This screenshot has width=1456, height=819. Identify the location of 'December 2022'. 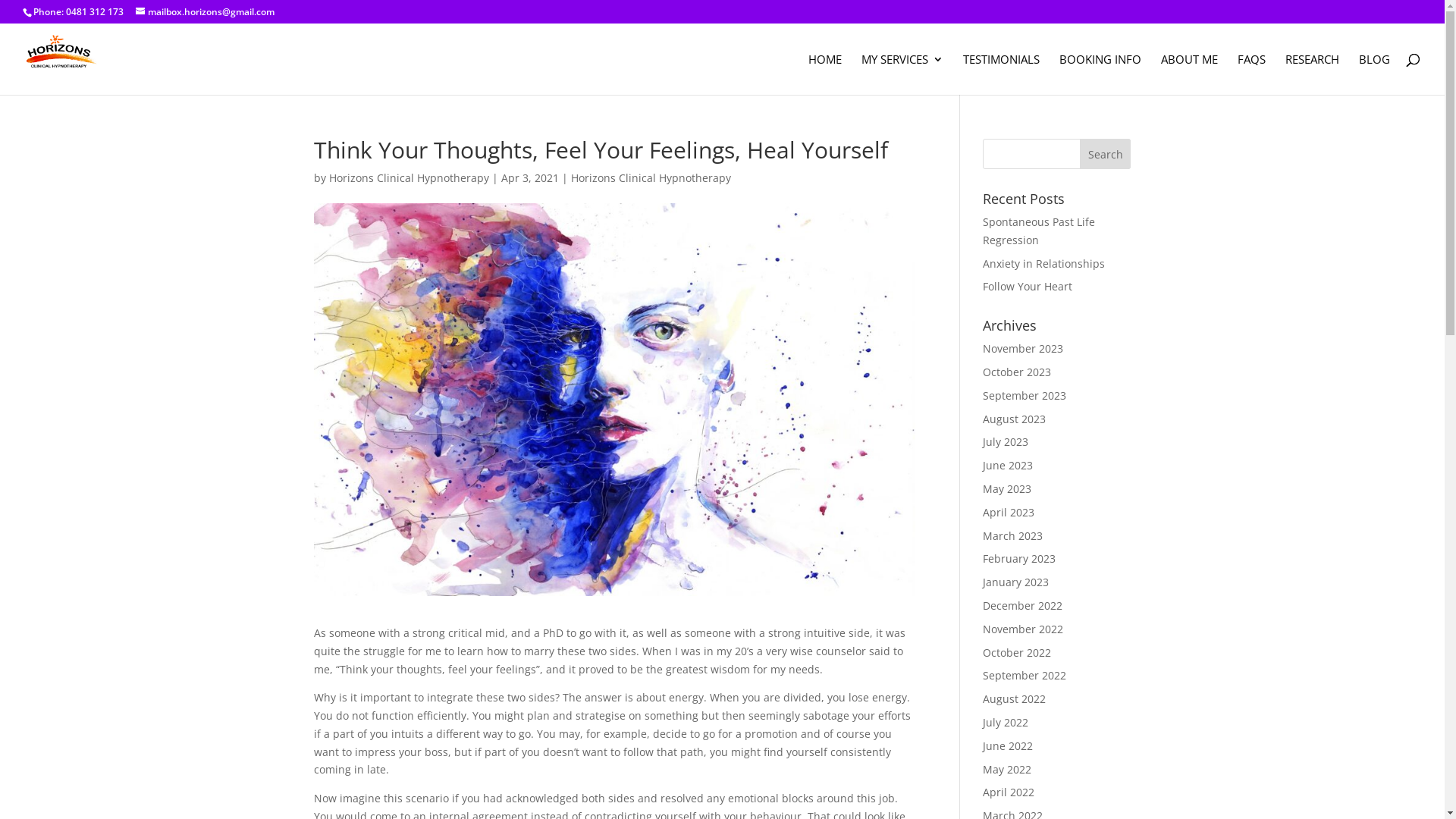
(1022, 604).